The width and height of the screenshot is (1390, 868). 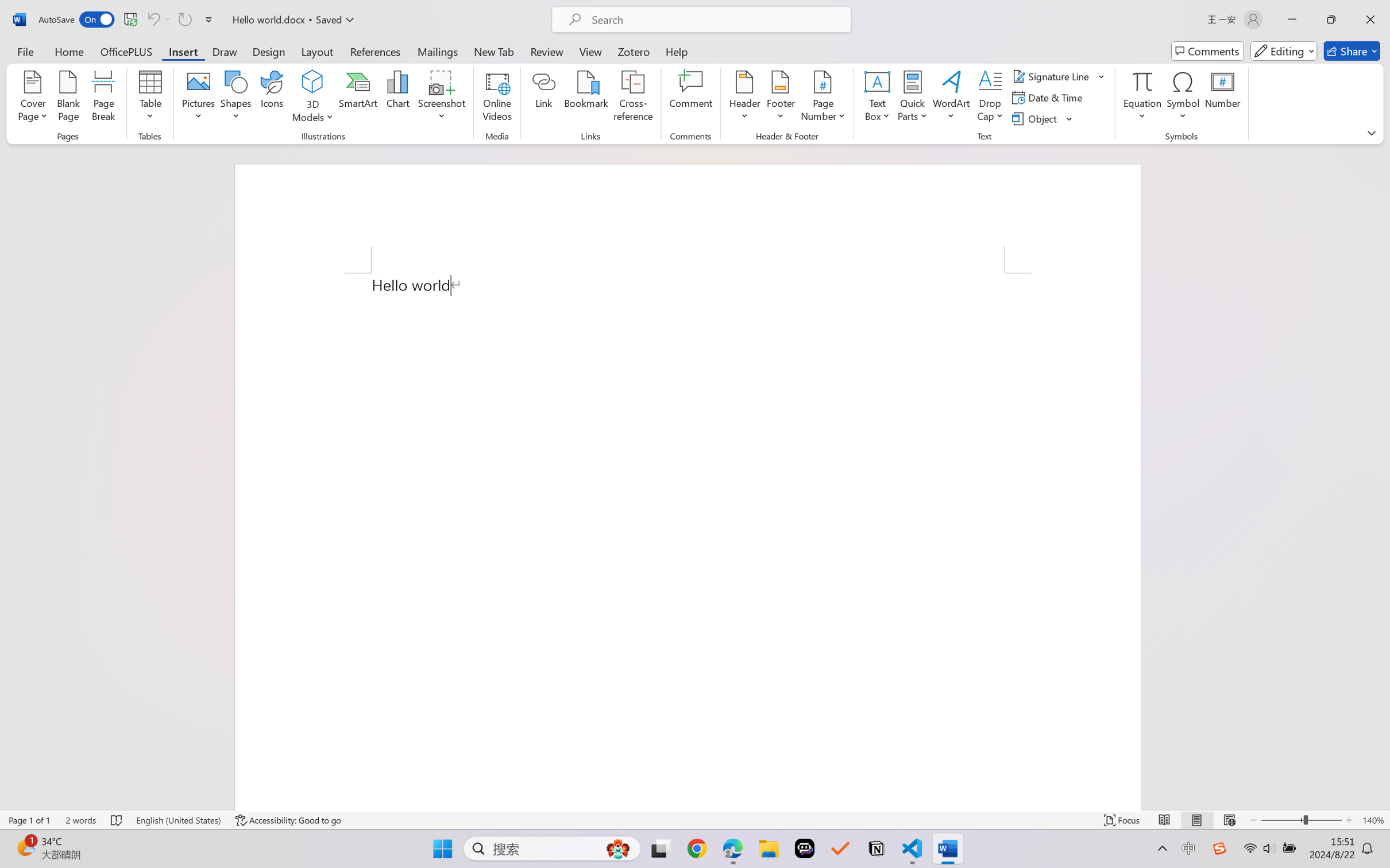 What do you see at coordinates (823, 98) in the screenshot?
I see `'Page Number'` at bounding box center [823, 98].